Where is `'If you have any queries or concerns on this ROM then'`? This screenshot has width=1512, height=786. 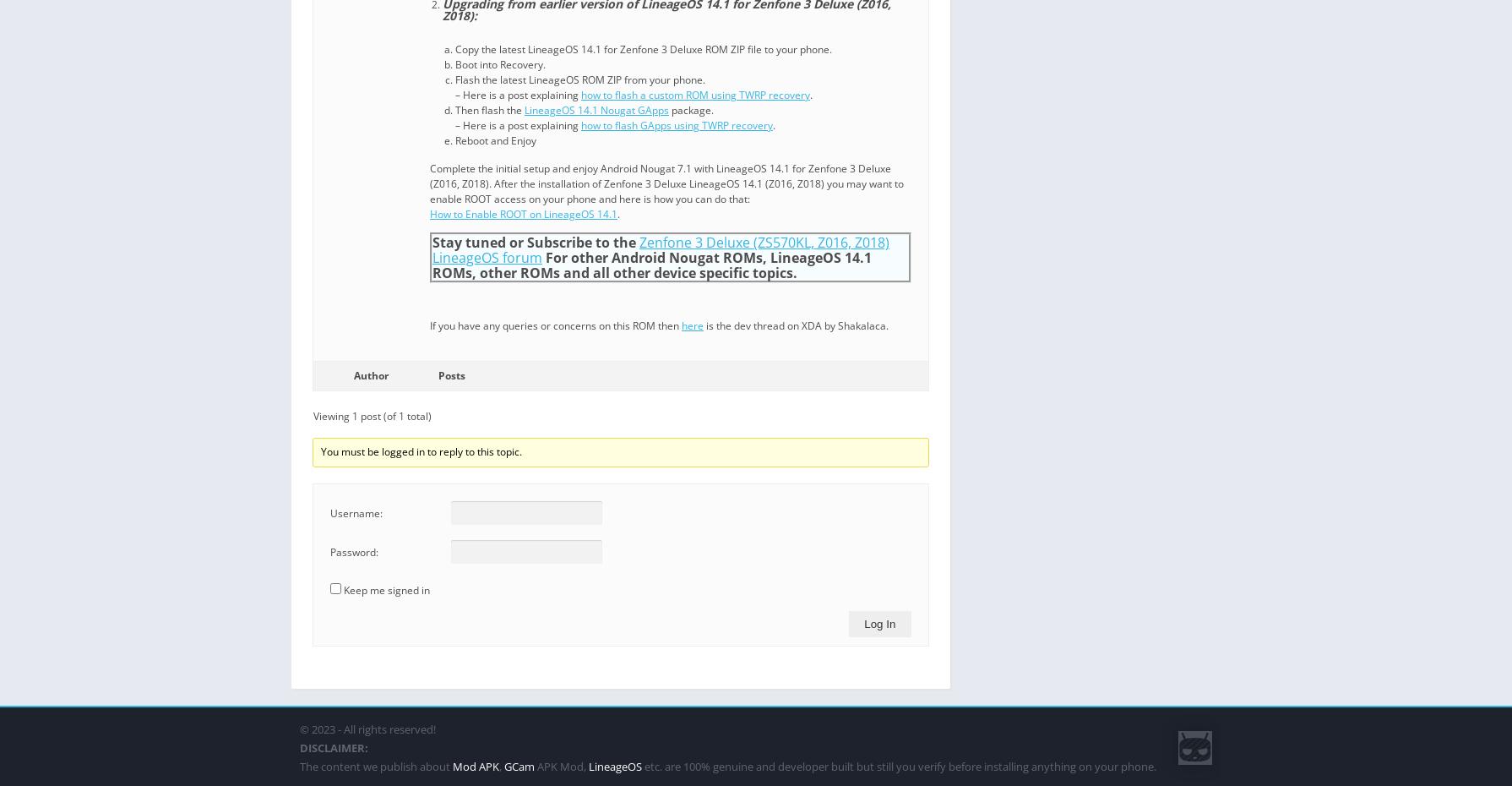 'If you have any queries or concerns on this ROM then' is located at coordinates (555, 325).